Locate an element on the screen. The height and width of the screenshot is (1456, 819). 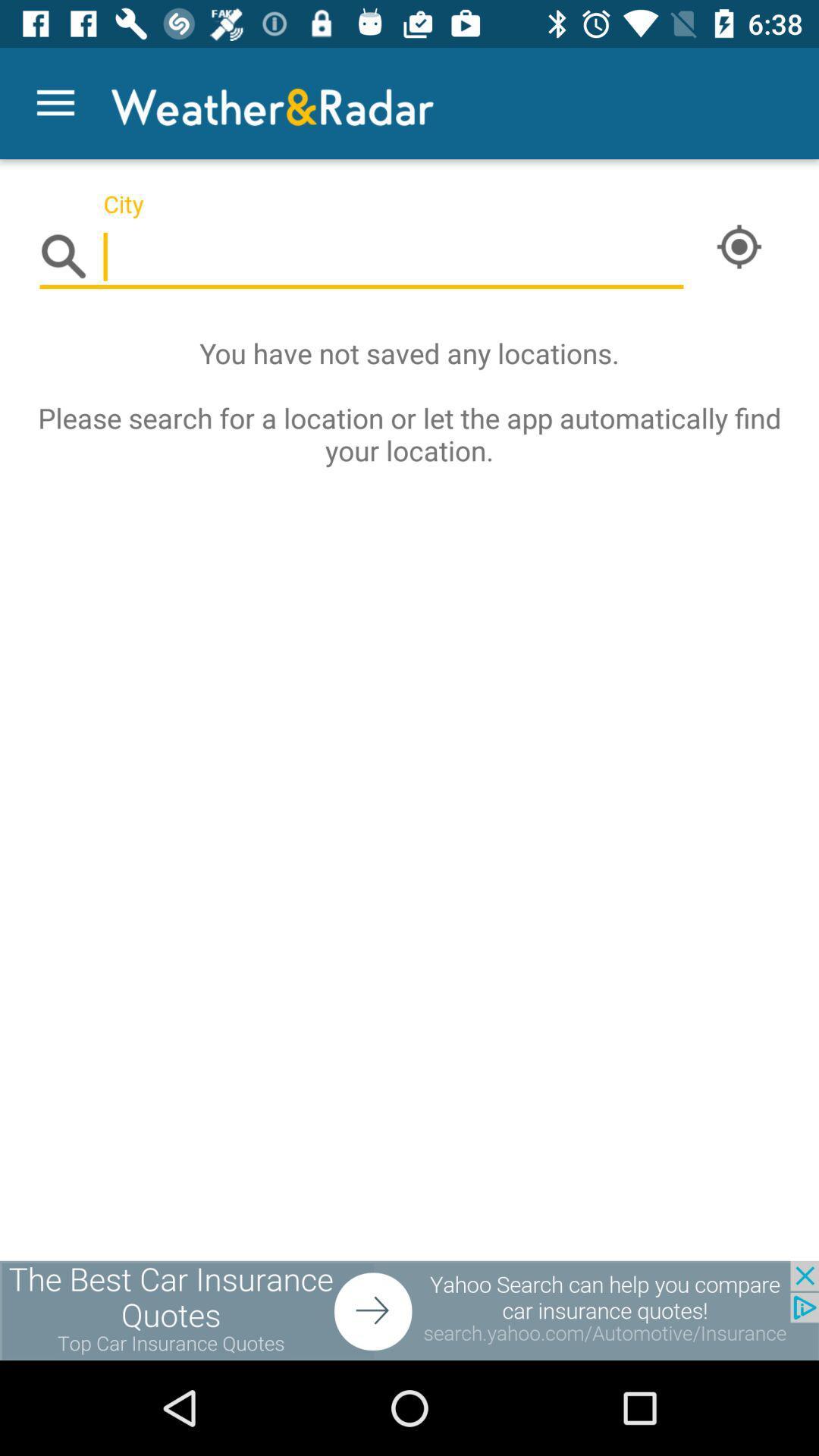
city search is located at coordinates (362, 257).